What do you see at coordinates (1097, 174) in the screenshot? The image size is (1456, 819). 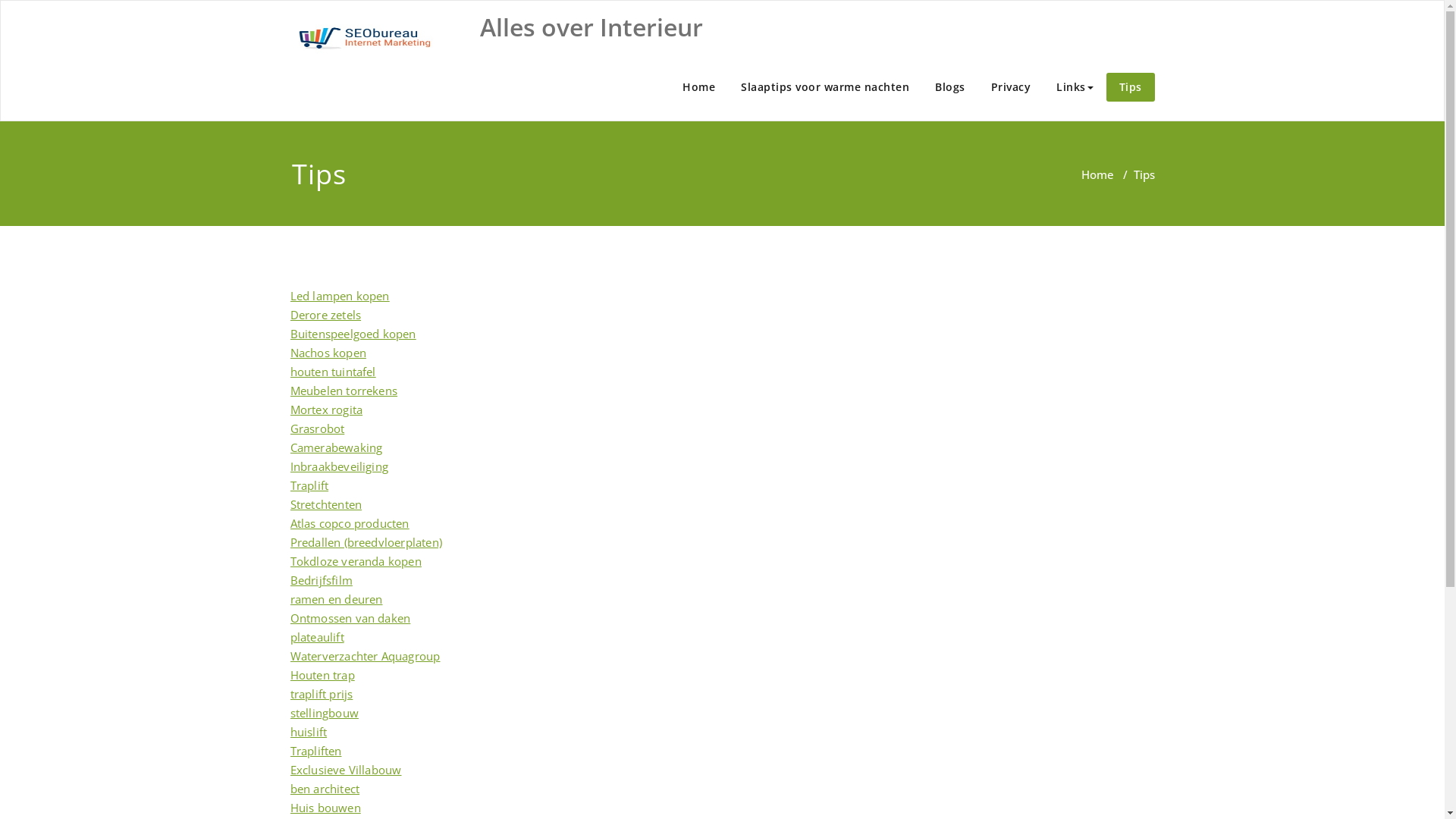 I see `'Home'` at bounding box center [1097, 174].